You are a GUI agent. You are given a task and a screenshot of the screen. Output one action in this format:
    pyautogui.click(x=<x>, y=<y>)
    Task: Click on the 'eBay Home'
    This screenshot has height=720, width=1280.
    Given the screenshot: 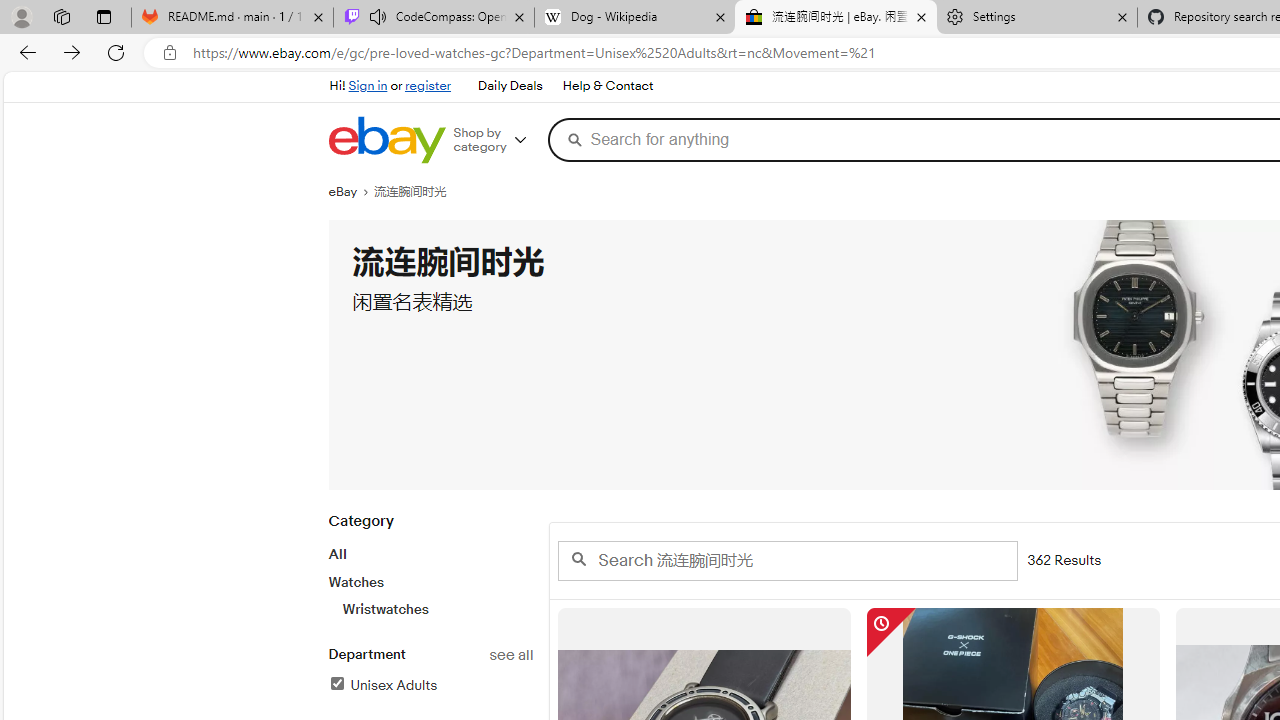 What is the action you would take?
    pyautogui.click(x=386, y=139)
    